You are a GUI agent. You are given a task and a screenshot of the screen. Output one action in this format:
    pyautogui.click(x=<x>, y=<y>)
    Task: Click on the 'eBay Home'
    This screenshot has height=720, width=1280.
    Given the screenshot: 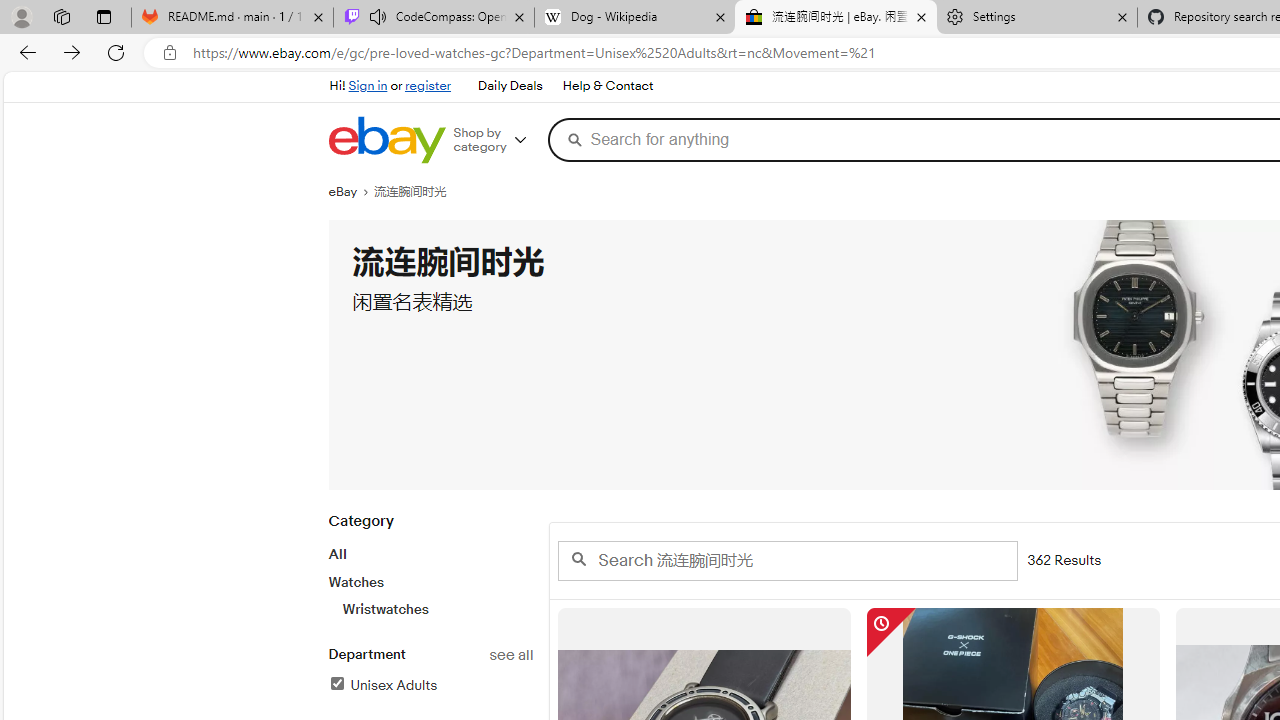 What is the action you would take?
    pyautogui.click(x=386, y=139)
    